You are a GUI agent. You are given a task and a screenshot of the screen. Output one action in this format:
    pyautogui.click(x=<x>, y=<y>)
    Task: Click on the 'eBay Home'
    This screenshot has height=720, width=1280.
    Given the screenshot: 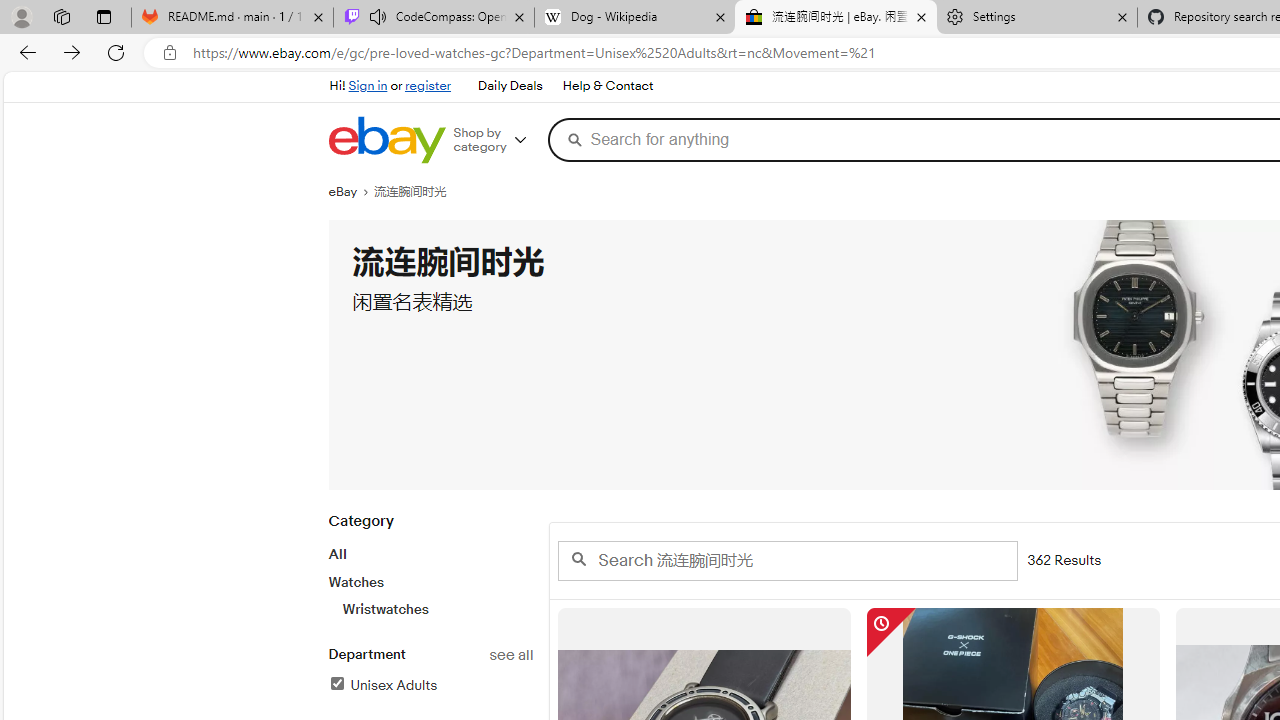 What is the action you would take?
    pyautogui.click(x=386, y=139)
    